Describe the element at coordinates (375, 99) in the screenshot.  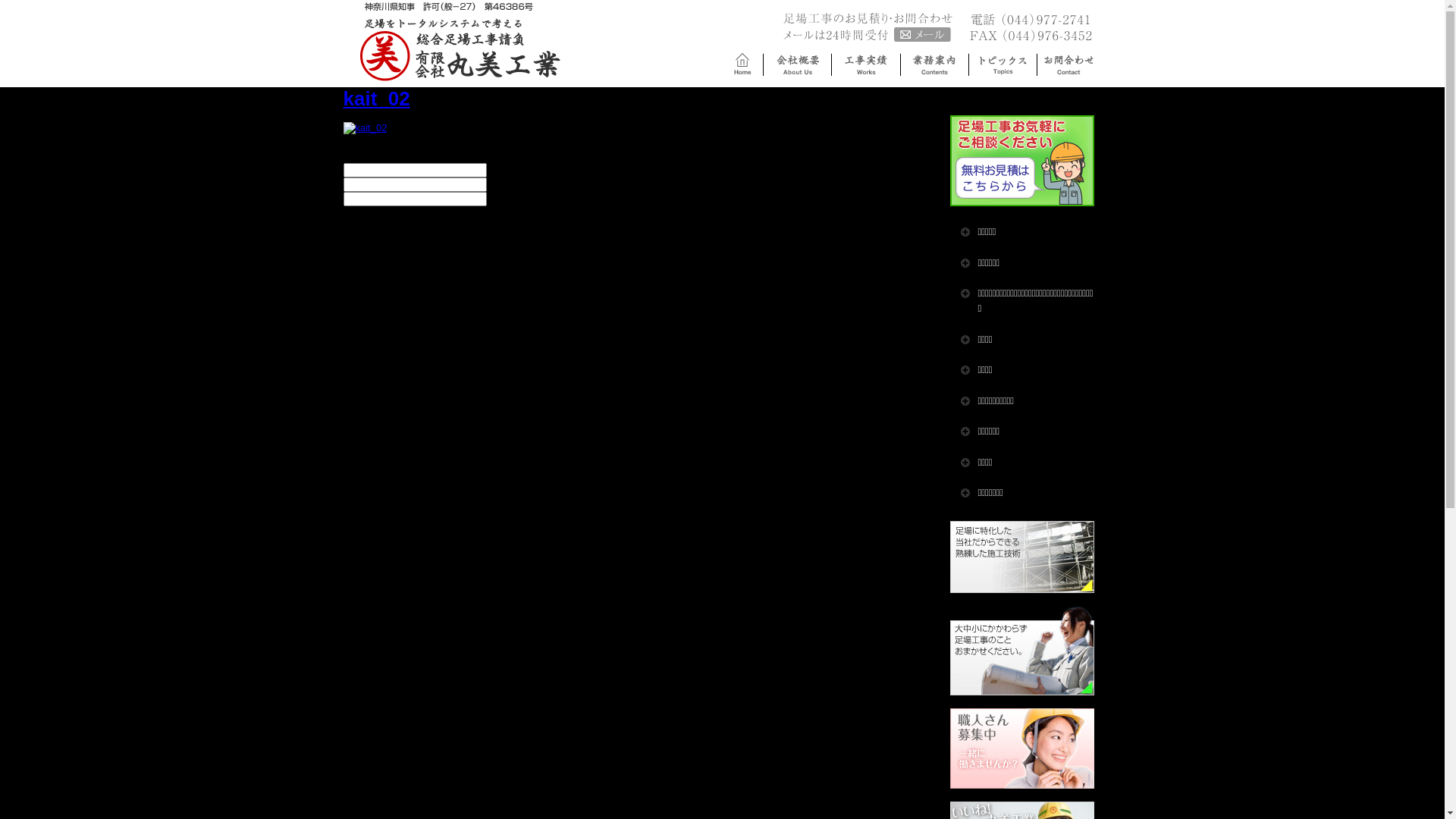
I see `'kait_02'` at that location.